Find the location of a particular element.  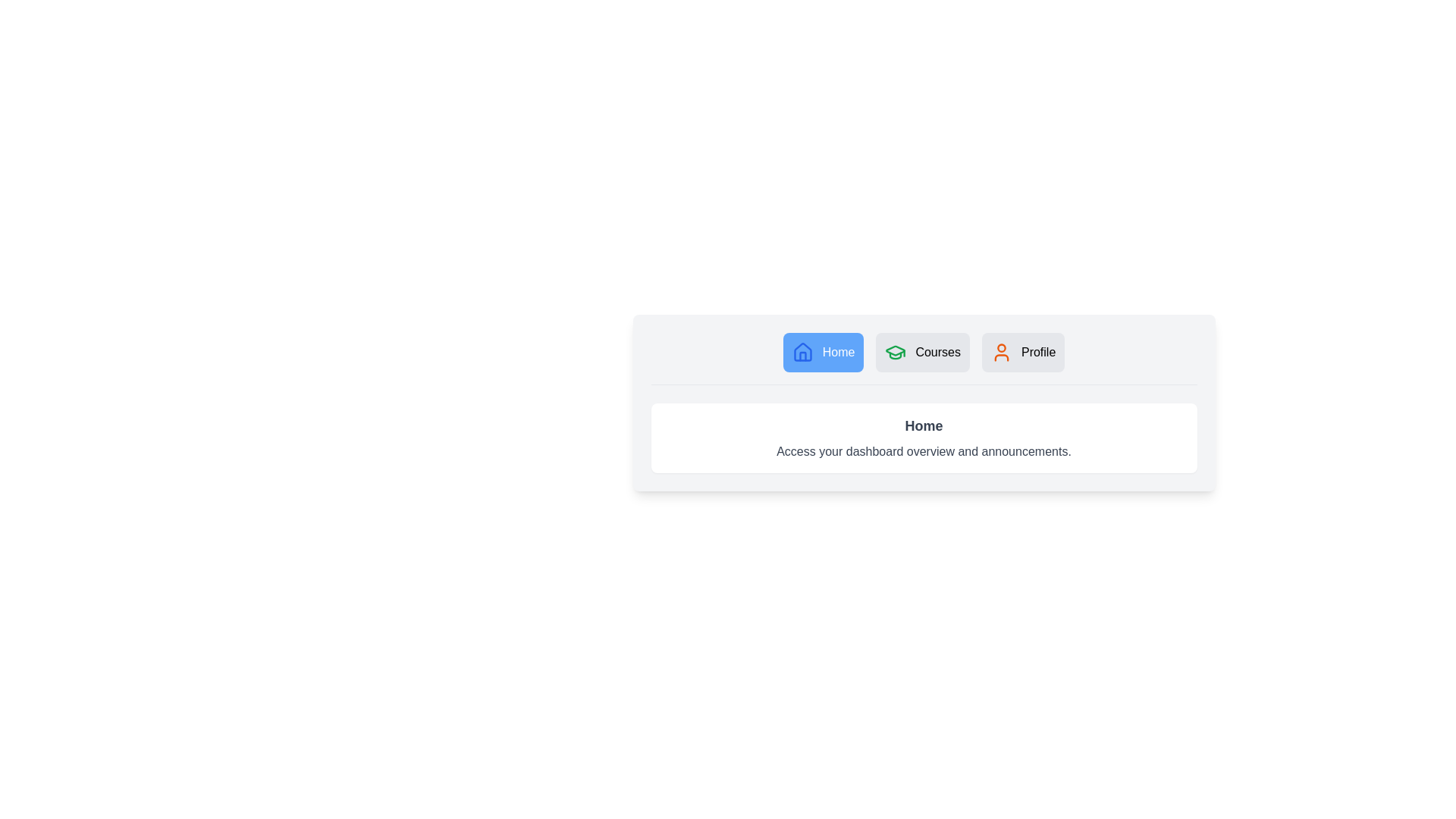

the Courses tab to activate it is located at coordinates (922, 353).